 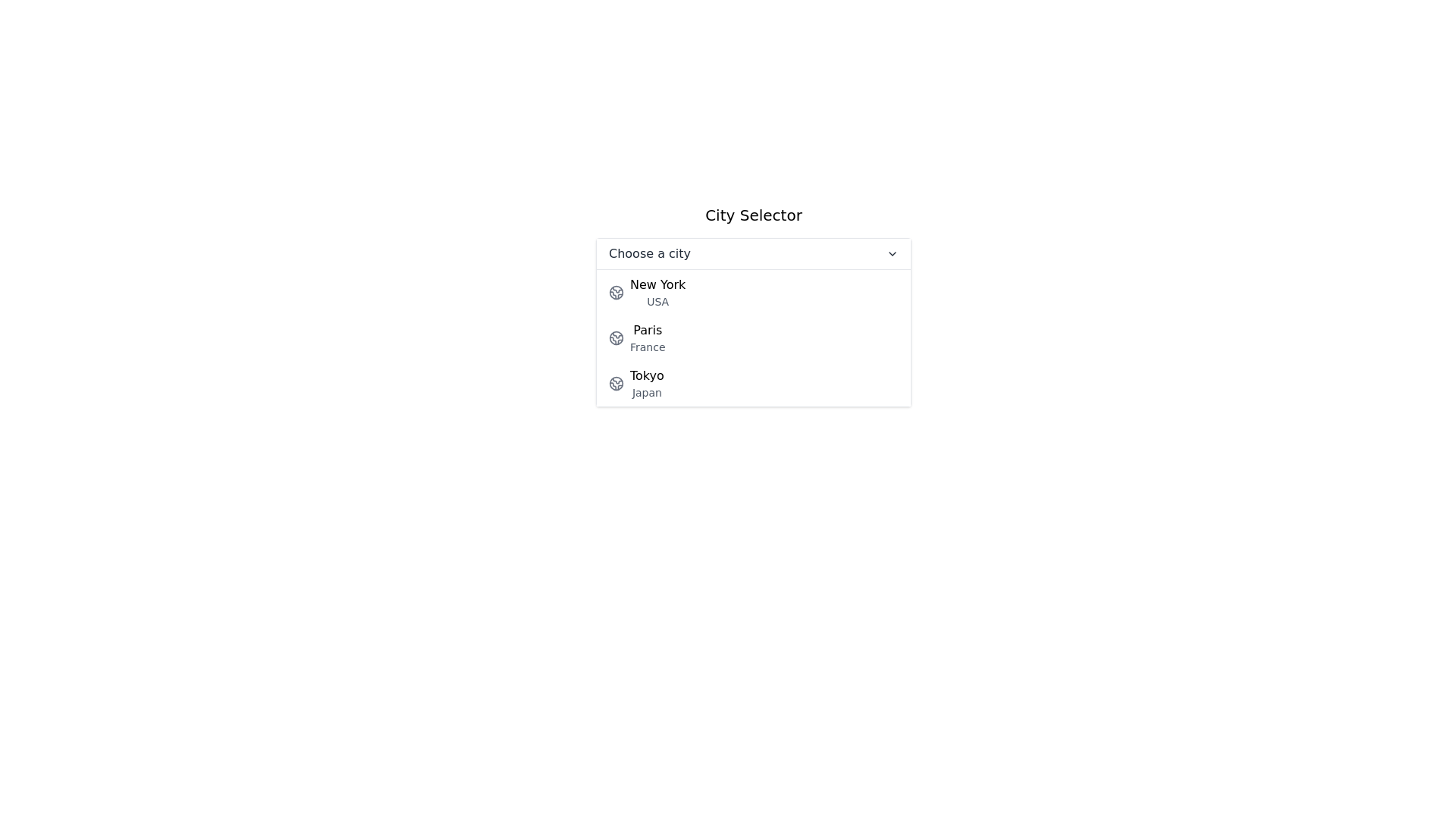 What do you see at coordinates (616, 382) in the screenshot?
I see `the geographical icon located to the left of the 'Tokyo' text in the city selection dropdown` at bounding box center [616, 382].